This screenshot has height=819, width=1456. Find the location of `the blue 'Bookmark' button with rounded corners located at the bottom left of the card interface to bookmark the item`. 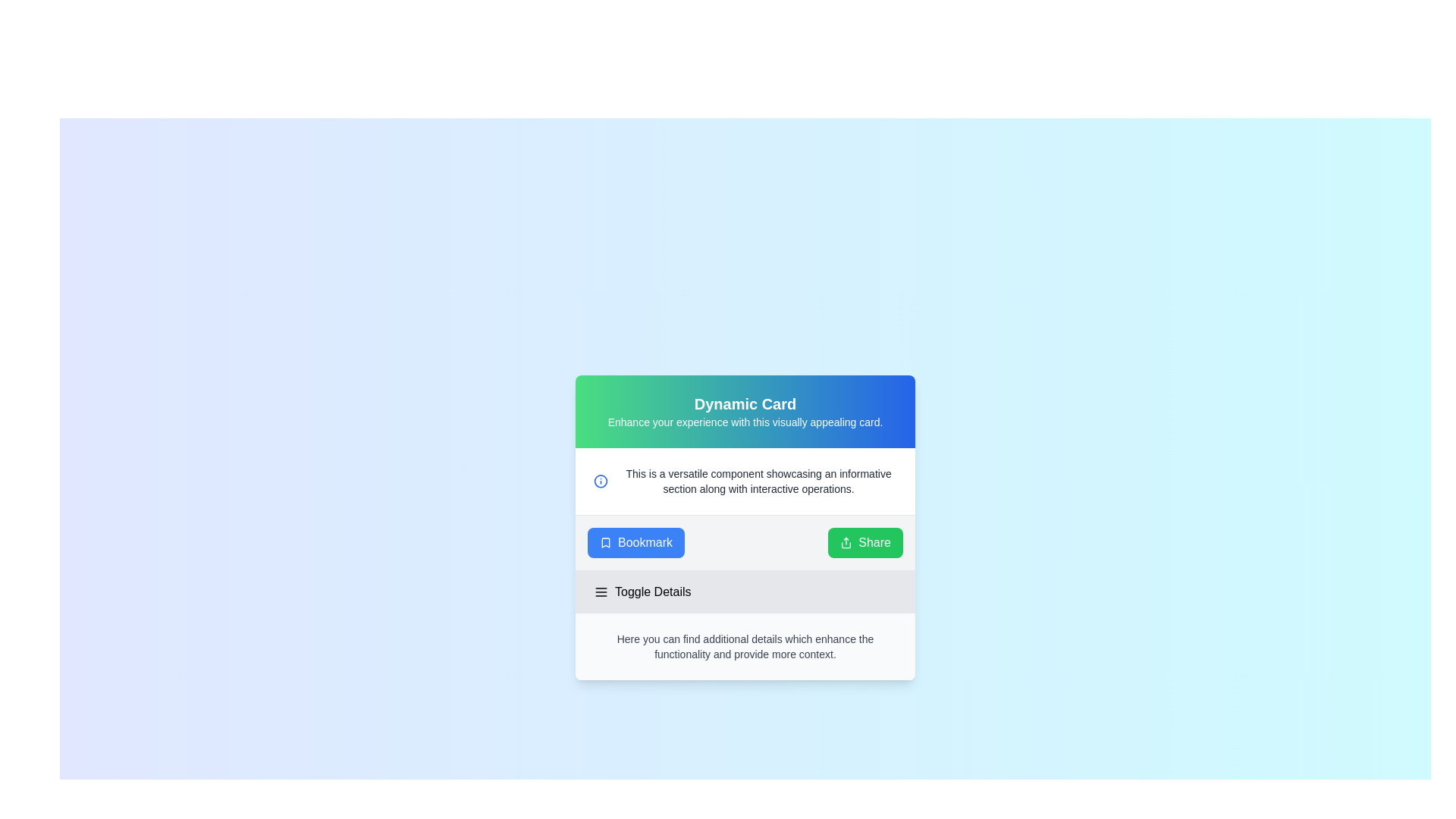

the blue 'Bookmark' button with rounded corners located at the bottom left of the card interface to bookmark the item is located at coordinates (636, 542).